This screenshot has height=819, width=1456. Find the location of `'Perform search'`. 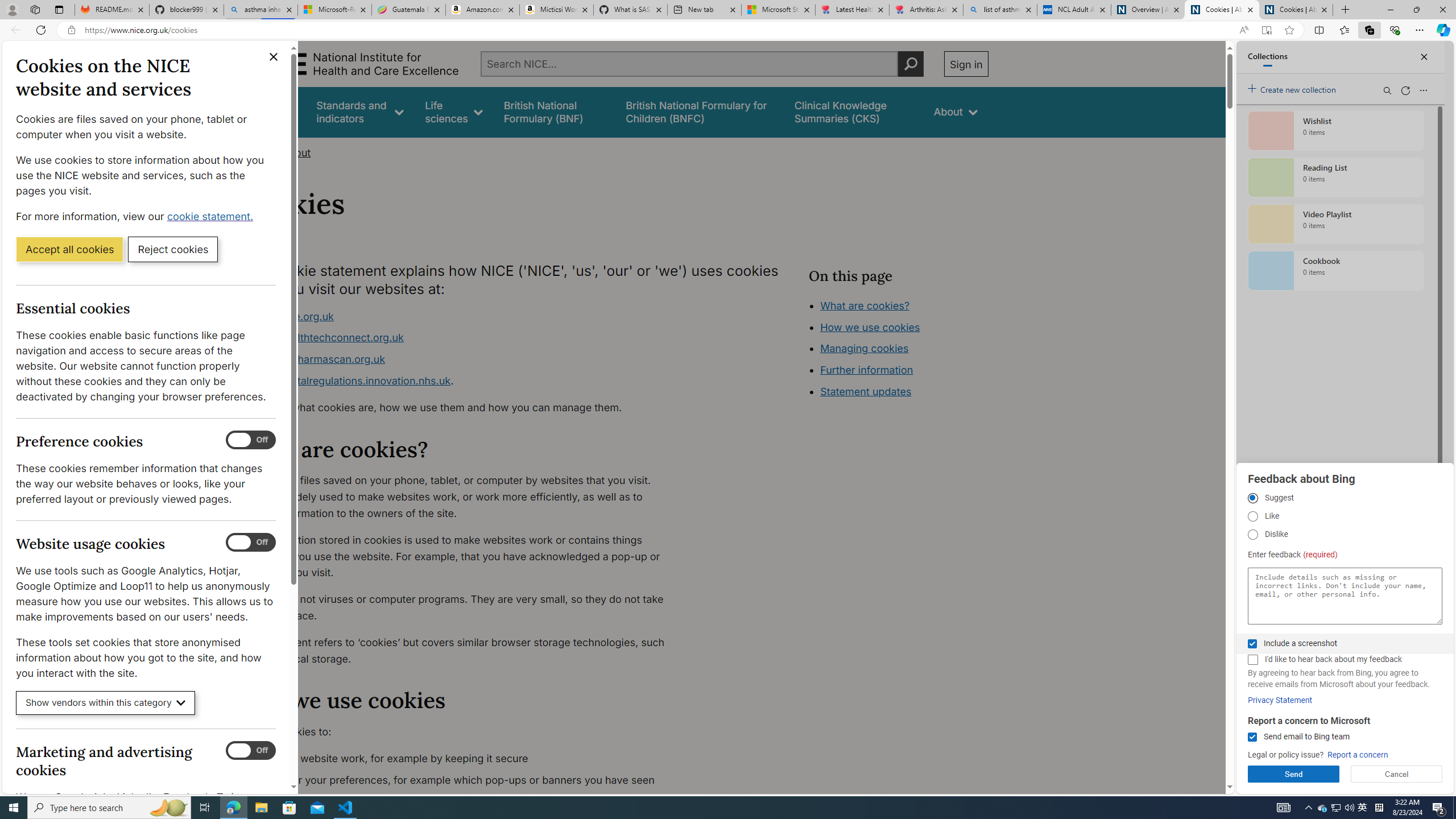

'Perform search' is located at coordinates (909, 63).